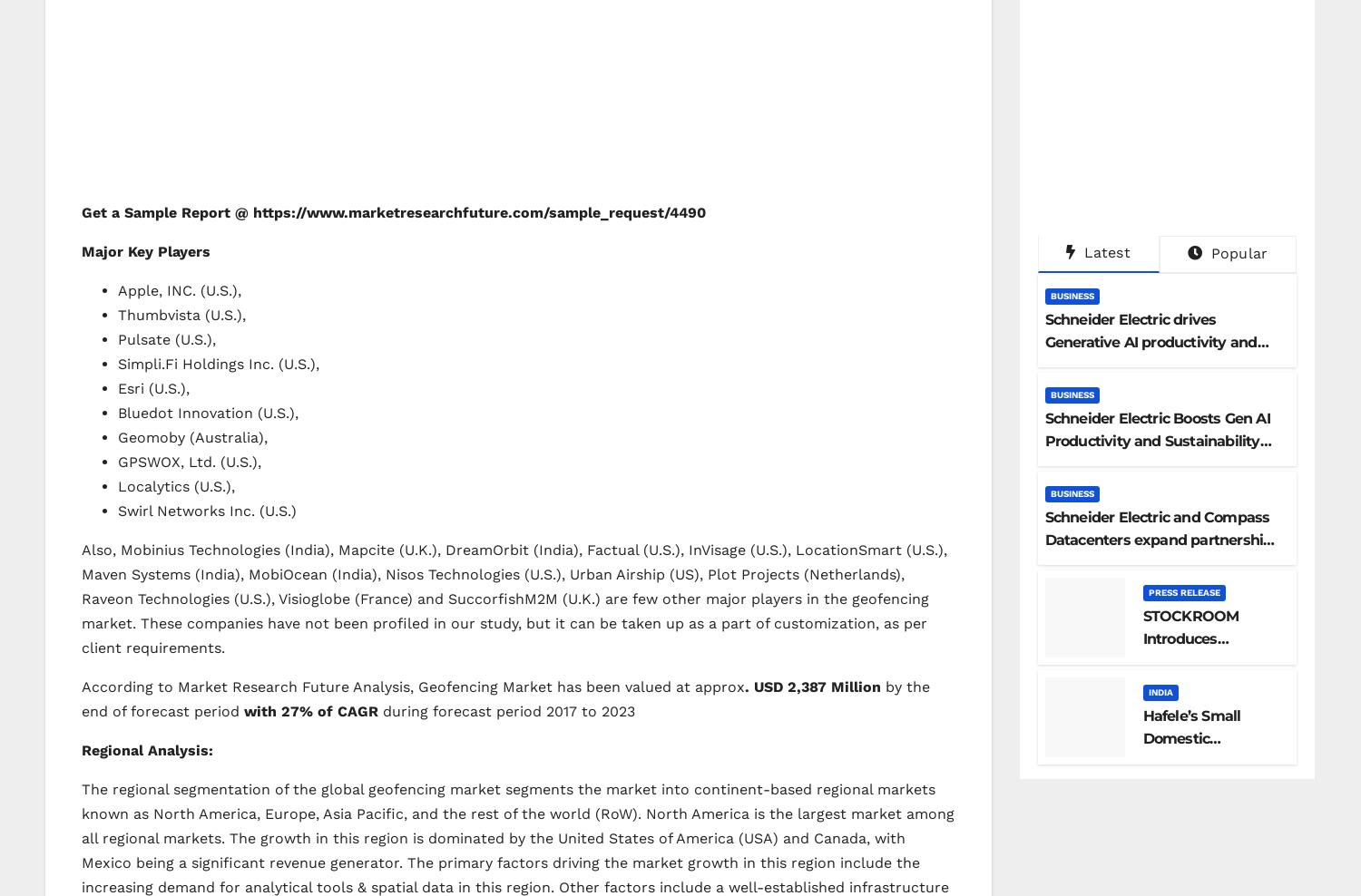 This screenshot has height=896, width=1361. Describe the element at coordinates (188, 460) in the screenshot. I see `'GPSWOX, Ltd. (U.S.),'` at that location.